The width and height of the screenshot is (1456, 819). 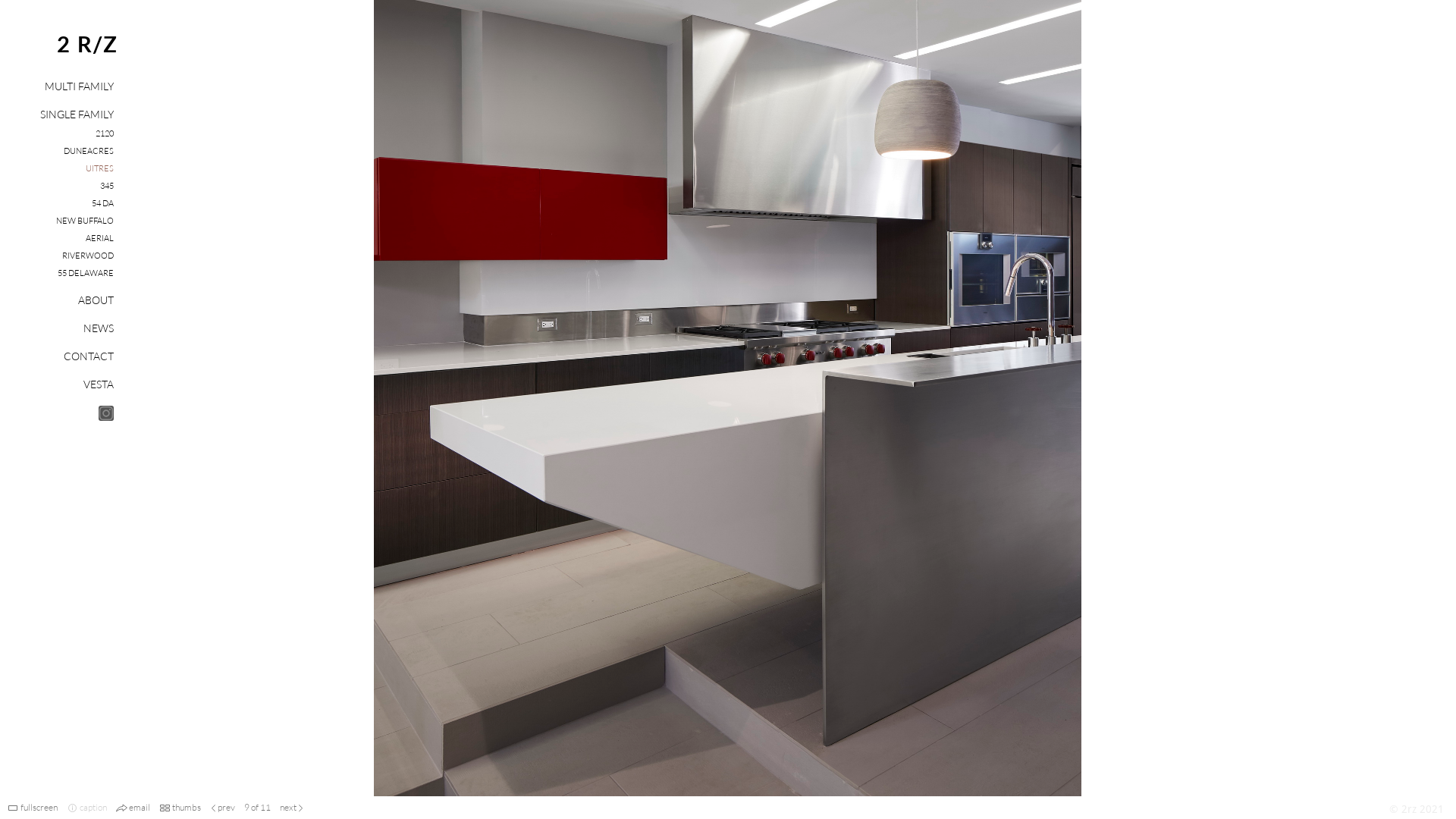 I want to click on 'NEW BUFFALO', so click(x=55, y=220).